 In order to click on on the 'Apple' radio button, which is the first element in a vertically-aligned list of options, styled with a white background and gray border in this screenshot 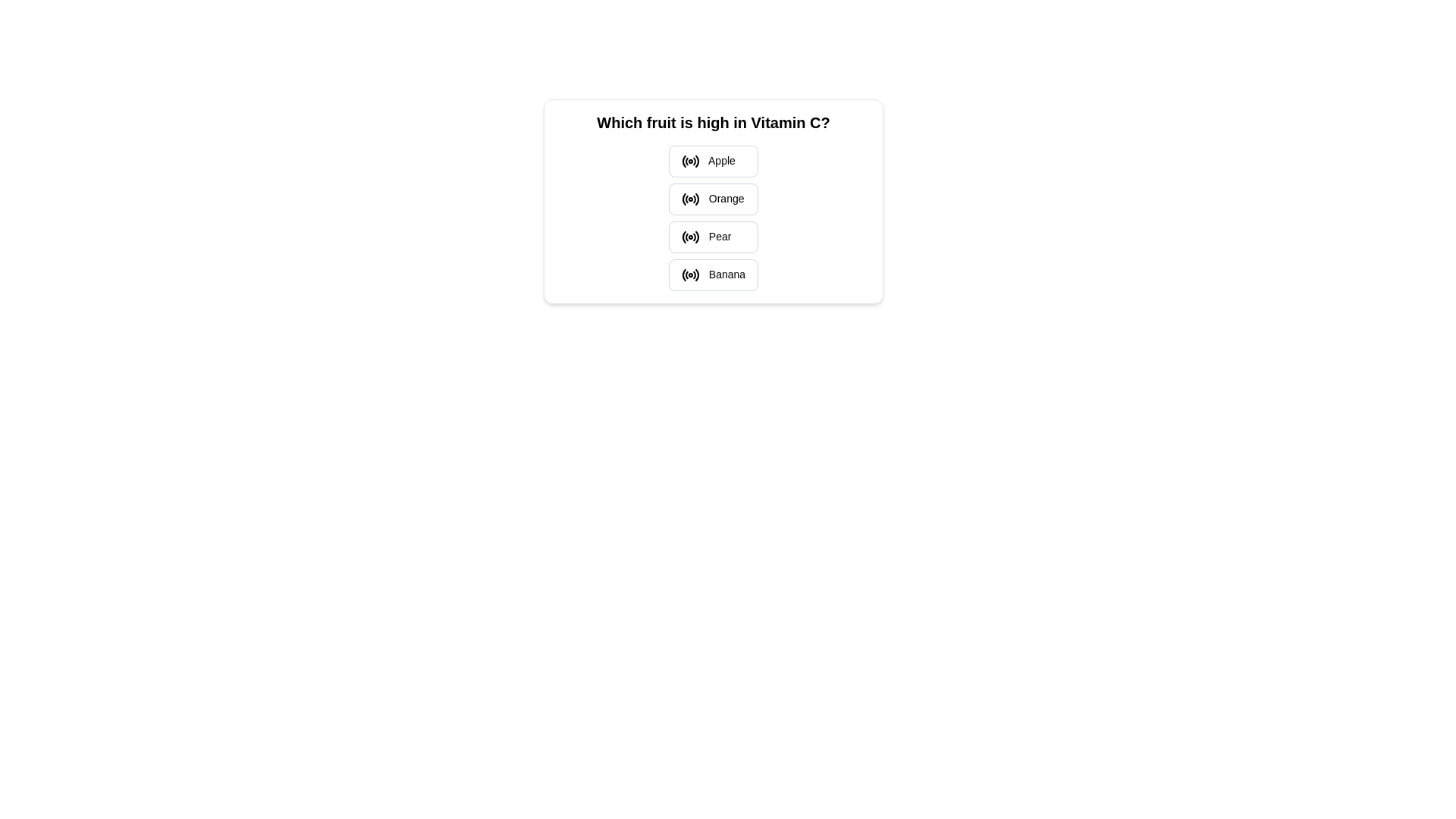, I will do `click(712, 161)`.